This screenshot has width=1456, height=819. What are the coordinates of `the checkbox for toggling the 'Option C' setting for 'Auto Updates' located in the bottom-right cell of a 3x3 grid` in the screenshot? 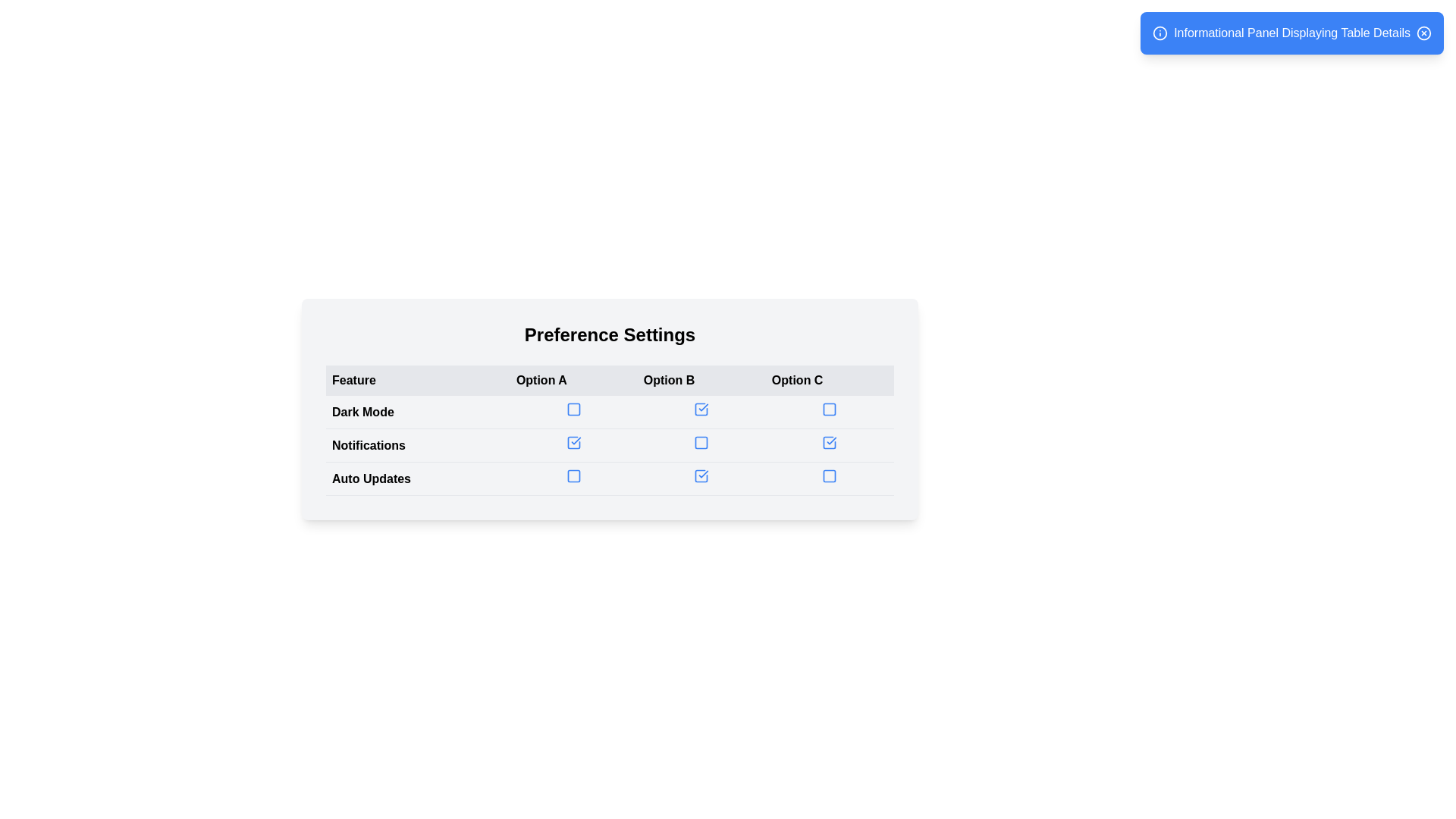 It's located at (829, 475).